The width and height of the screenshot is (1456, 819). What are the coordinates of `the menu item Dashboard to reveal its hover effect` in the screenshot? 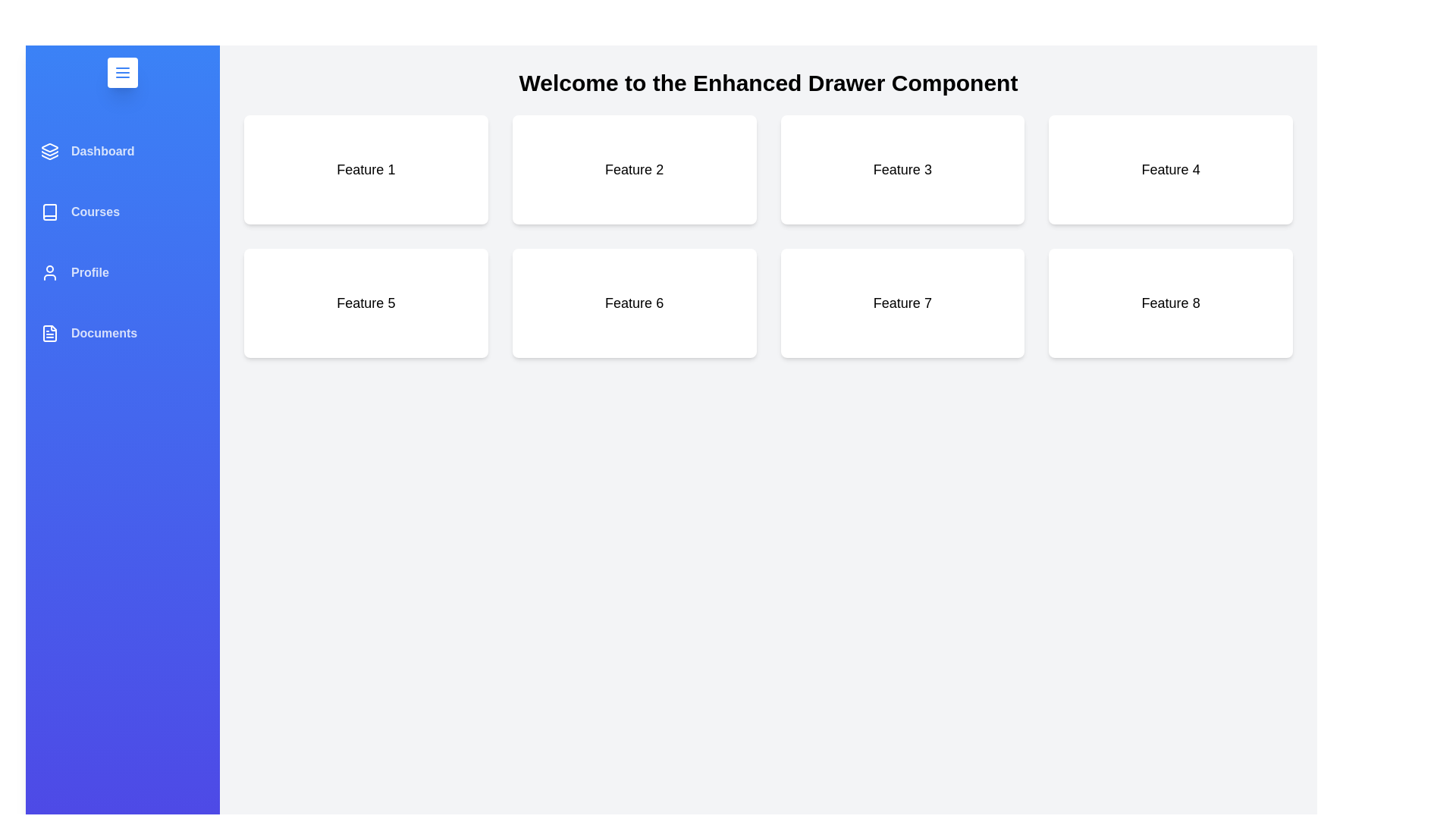 It's located at (123, 152).